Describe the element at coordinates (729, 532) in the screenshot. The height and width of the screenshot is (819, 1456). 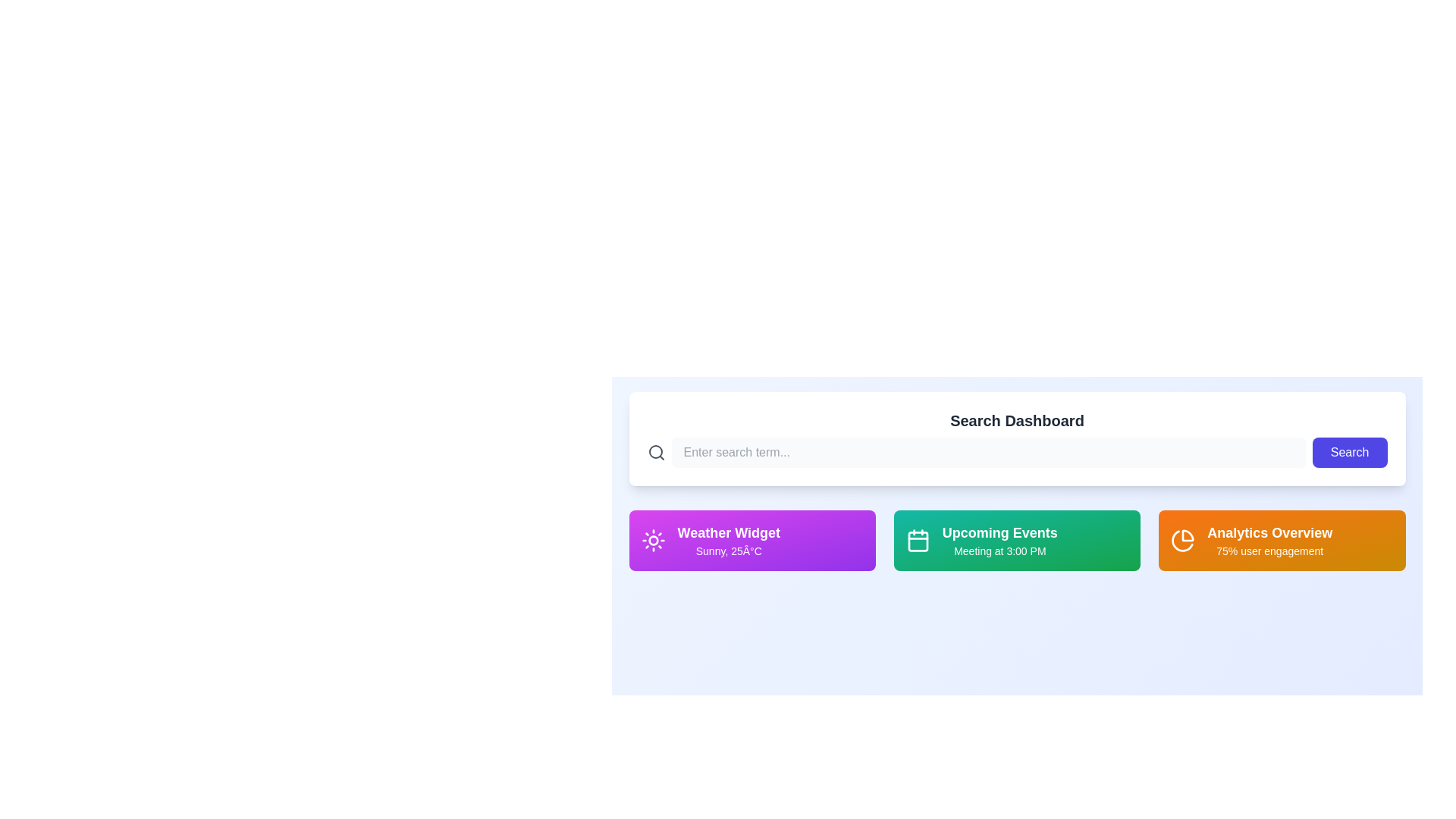
I see `the 'Weather Widget' title text label, which is located at the top of the purple 'Weather Widget' card` at that location.